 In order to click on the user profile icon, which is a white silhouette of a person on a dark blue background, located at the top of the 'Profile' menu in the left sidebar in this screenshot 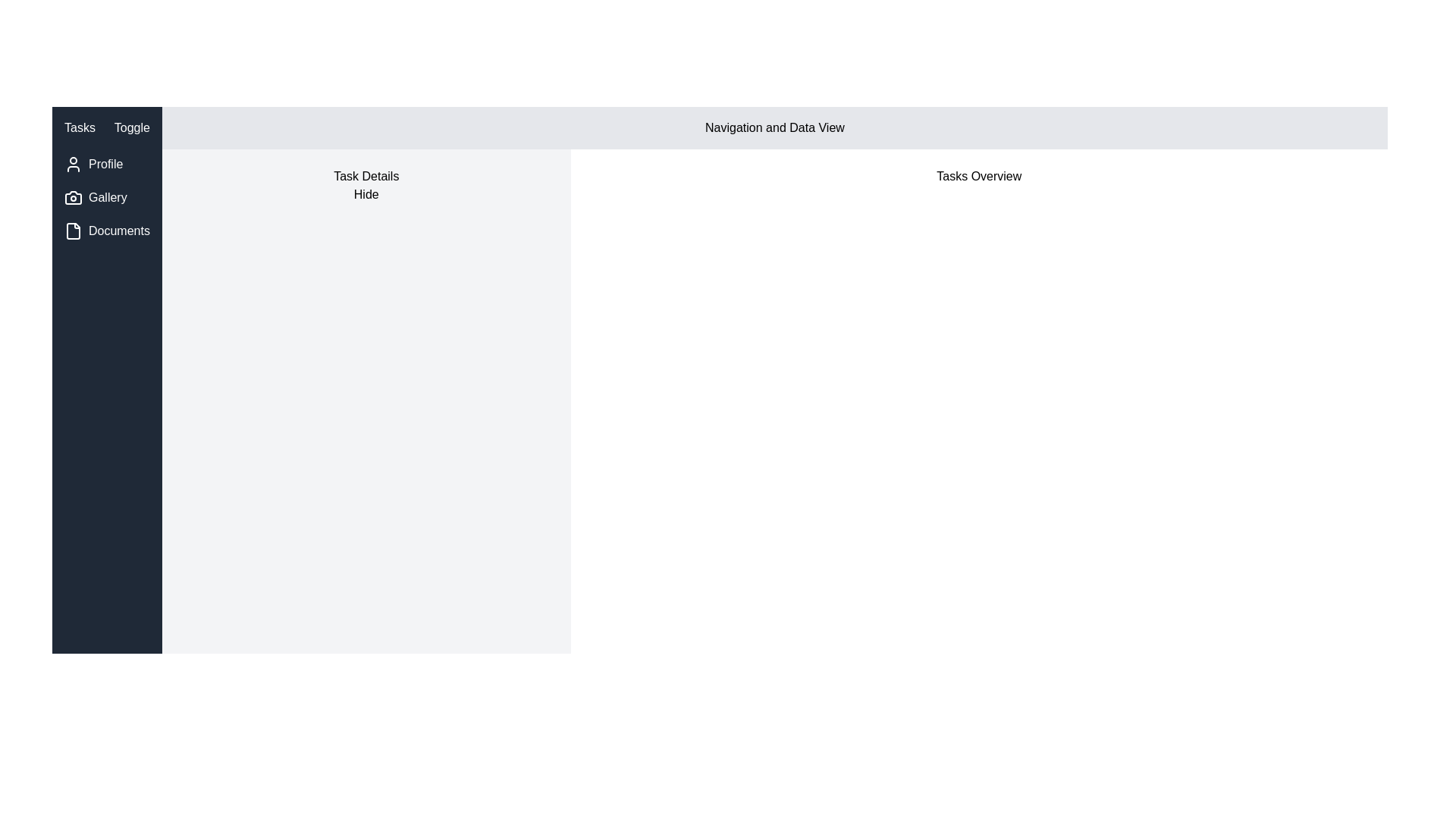, I will do `click(72, 164)`.